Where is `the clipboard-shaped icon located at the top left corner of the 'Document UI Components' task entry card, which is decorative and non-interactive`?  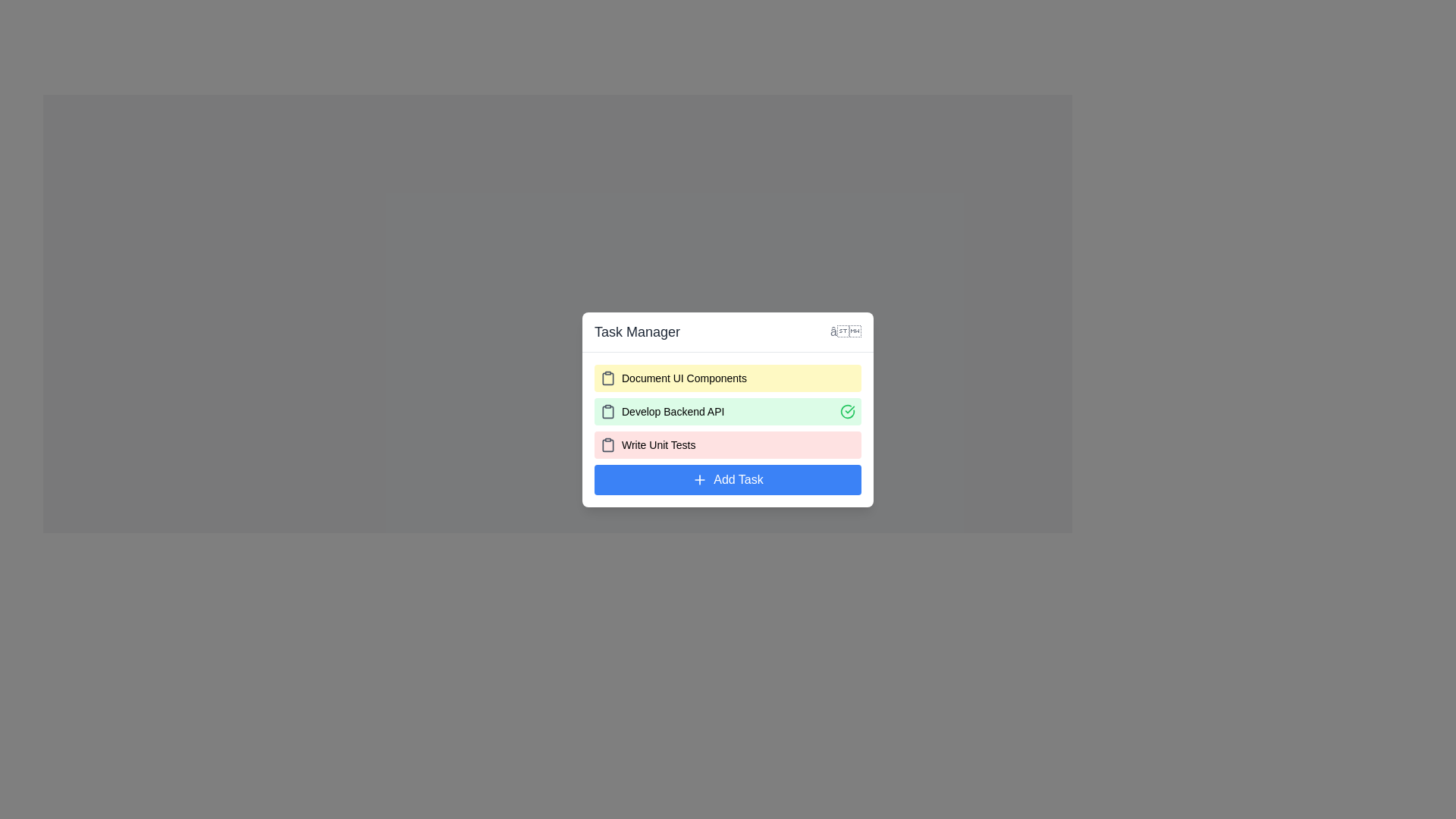
the clipboard-shaped icon located at the top left corner of the 'Document UI Components' task entry card, which is decorative and non-interactive is located at coordinates (607, 377).